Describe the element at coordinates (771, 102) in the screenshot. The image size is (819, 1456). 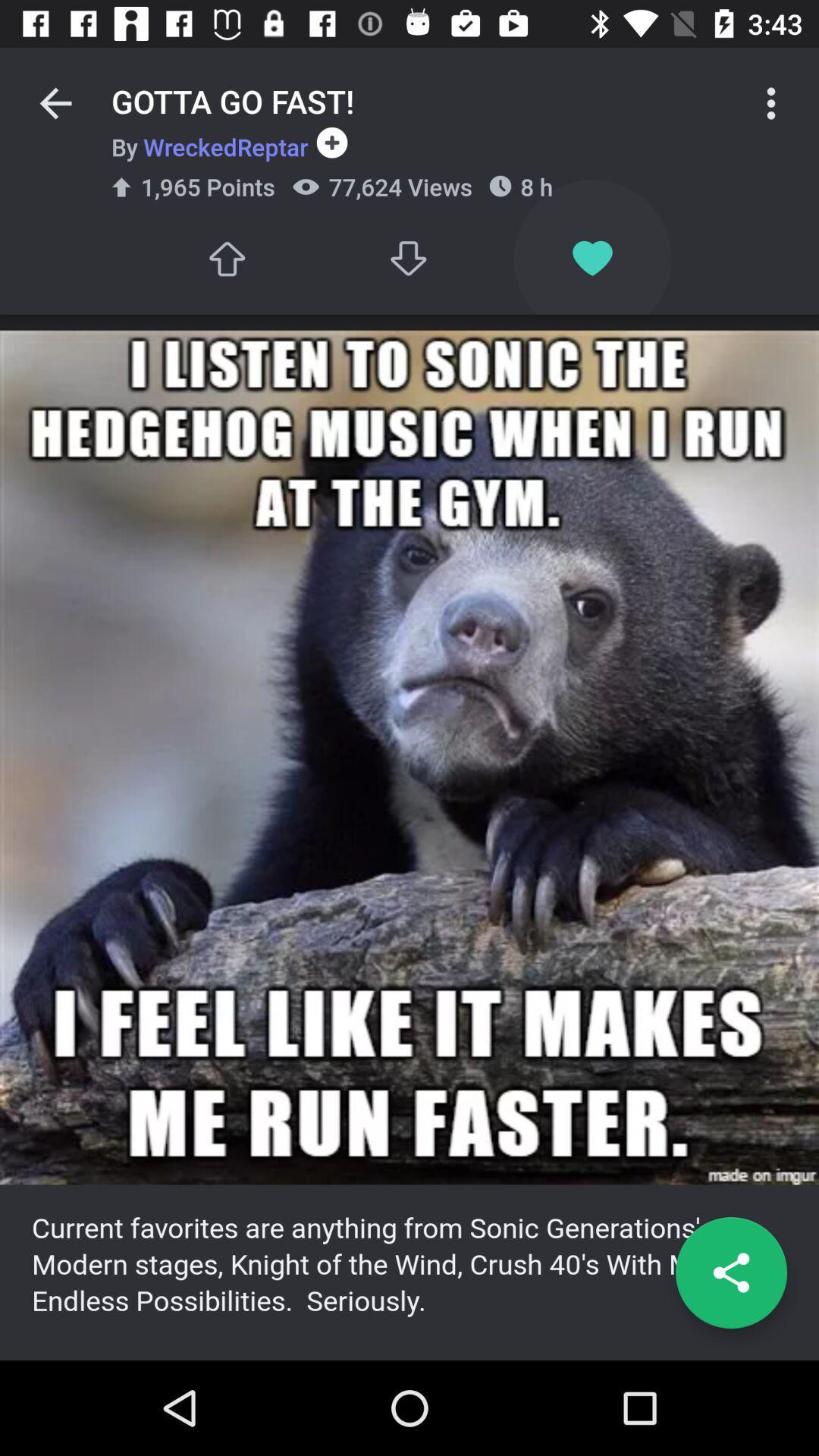
I see `icon next to 8 h item` at that location.